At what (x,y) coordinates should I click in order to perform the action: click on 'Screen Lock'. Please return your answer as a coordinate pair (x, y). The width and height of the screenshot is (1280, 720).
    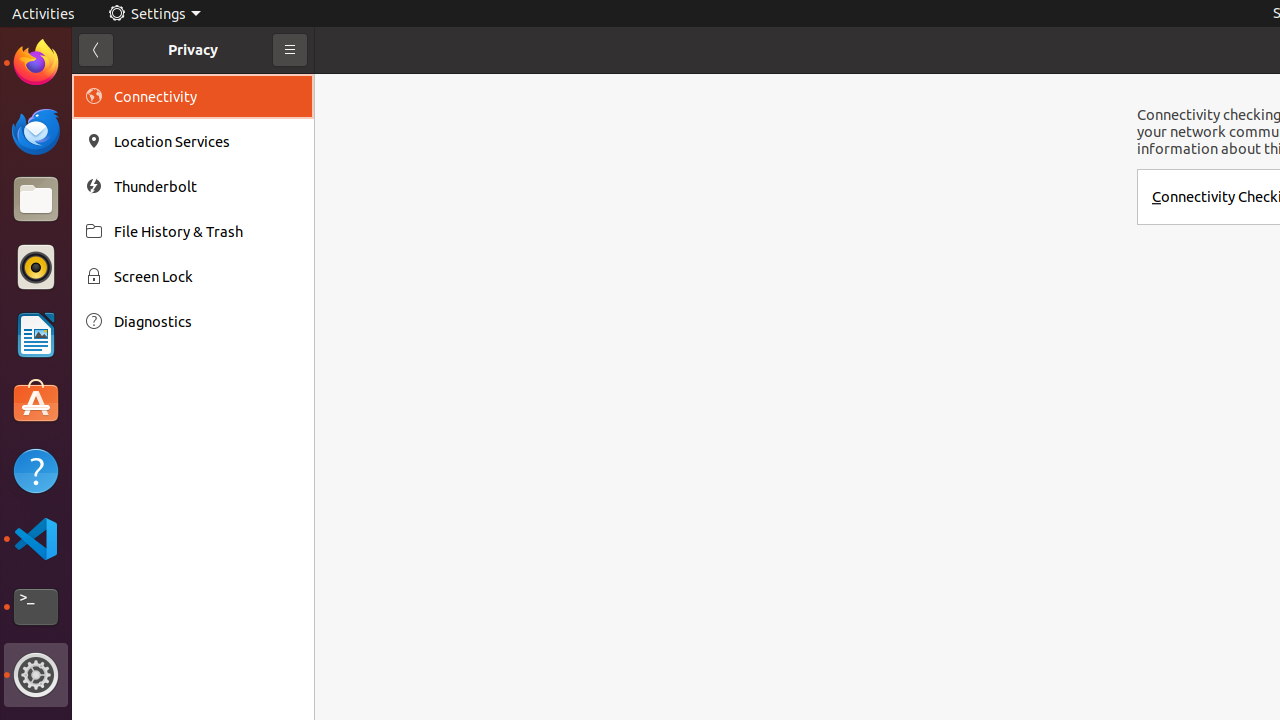
    Looking at the image, I should click on (206, 276).